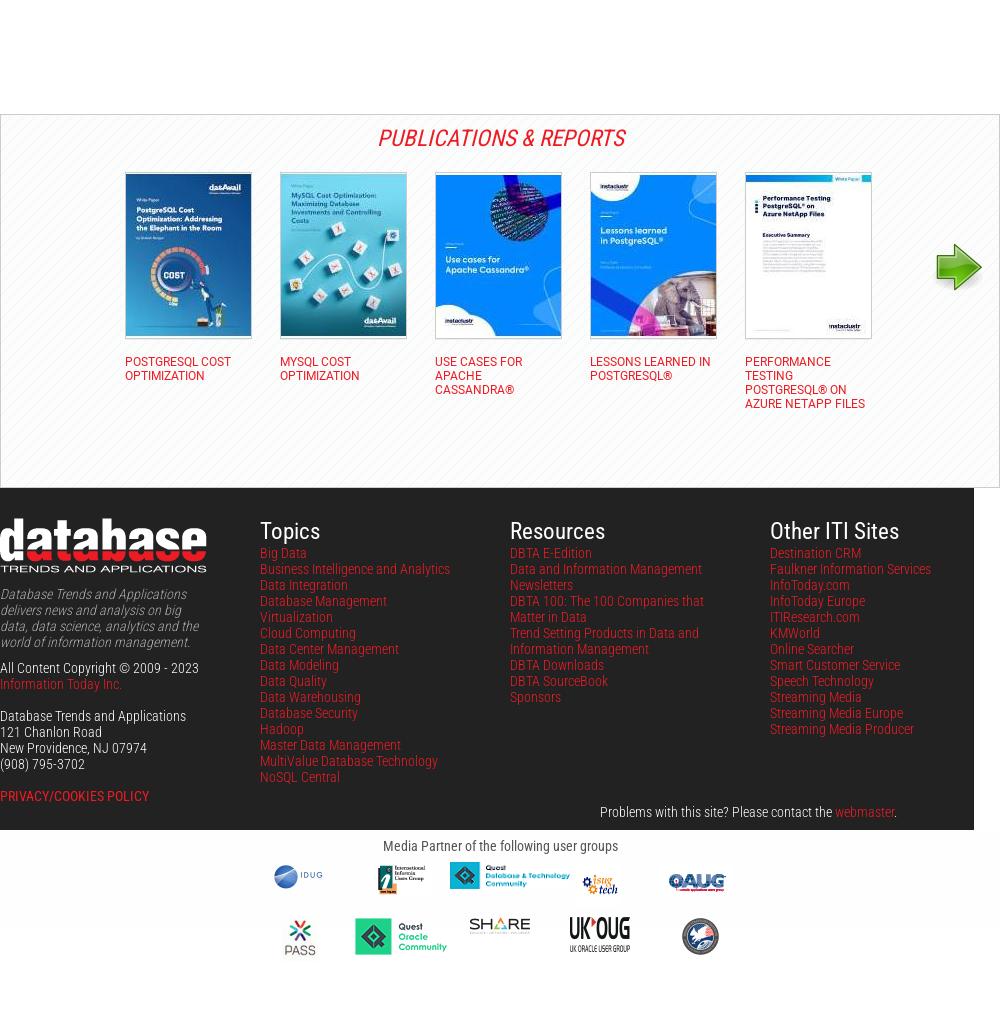 Image resolution: width=1002 pixels, height=1014 pixels. What do you see at coordinates (811, 648) in the screenshot?
I see `'Online Searcher'` at bounding box center [811, 648].